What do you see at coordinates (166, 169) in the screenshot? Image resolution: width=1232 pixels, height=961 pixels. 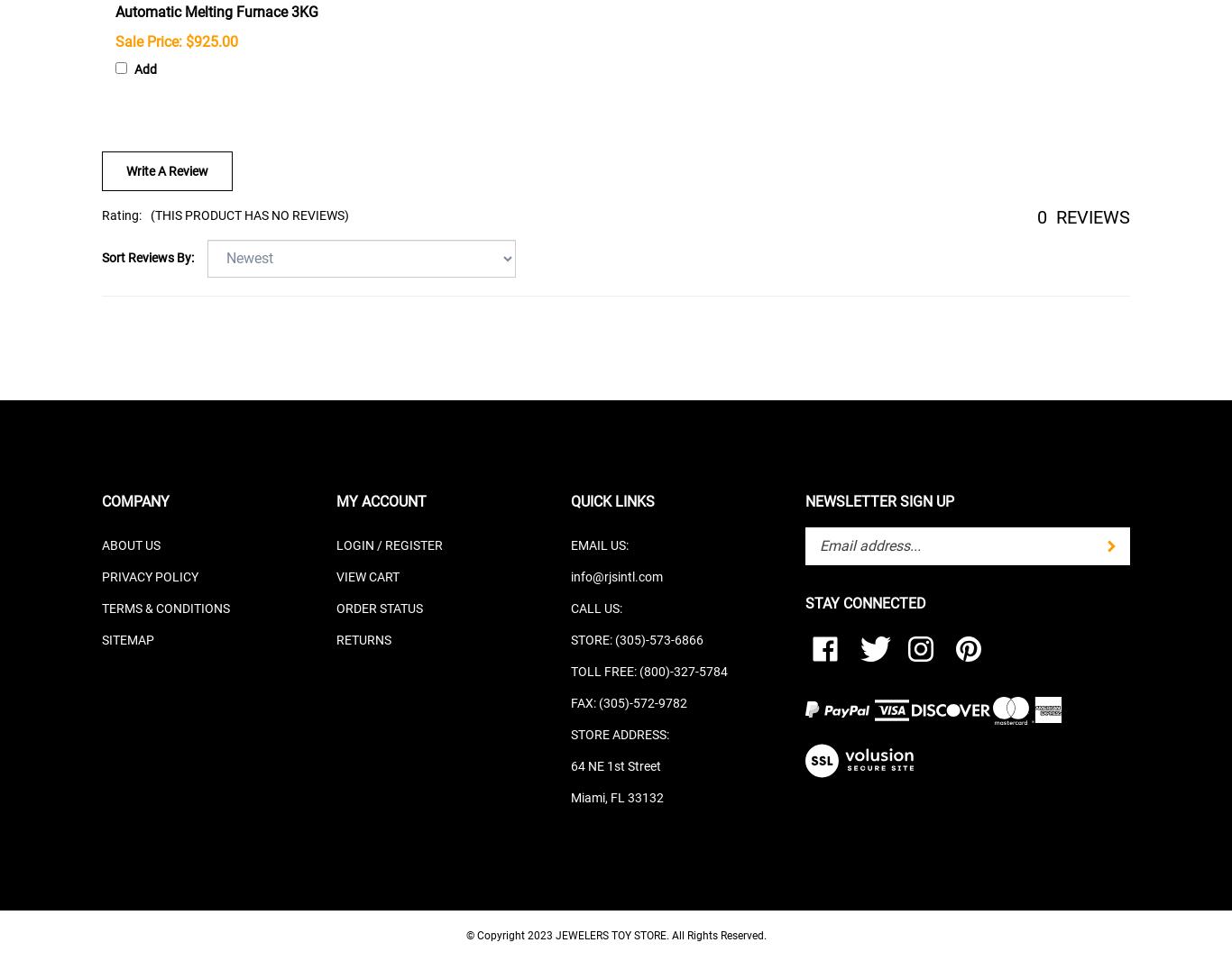 I see `'Write A Review'` at bounding box center [166, 169].